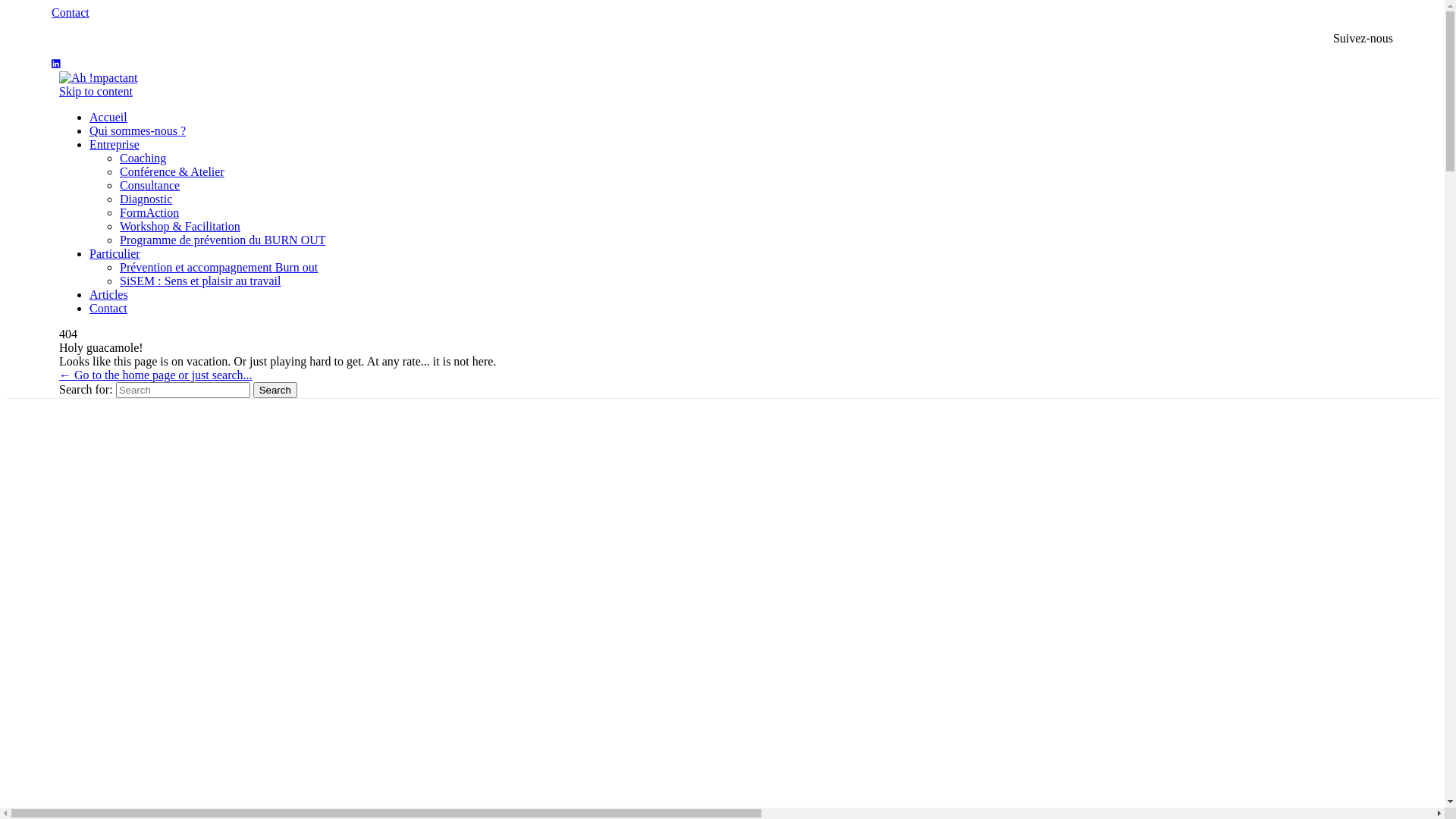  What do you see at coordinates (149, 184) in the screenshot?
I see `'Consultance'` at bounding box center [149, 184].